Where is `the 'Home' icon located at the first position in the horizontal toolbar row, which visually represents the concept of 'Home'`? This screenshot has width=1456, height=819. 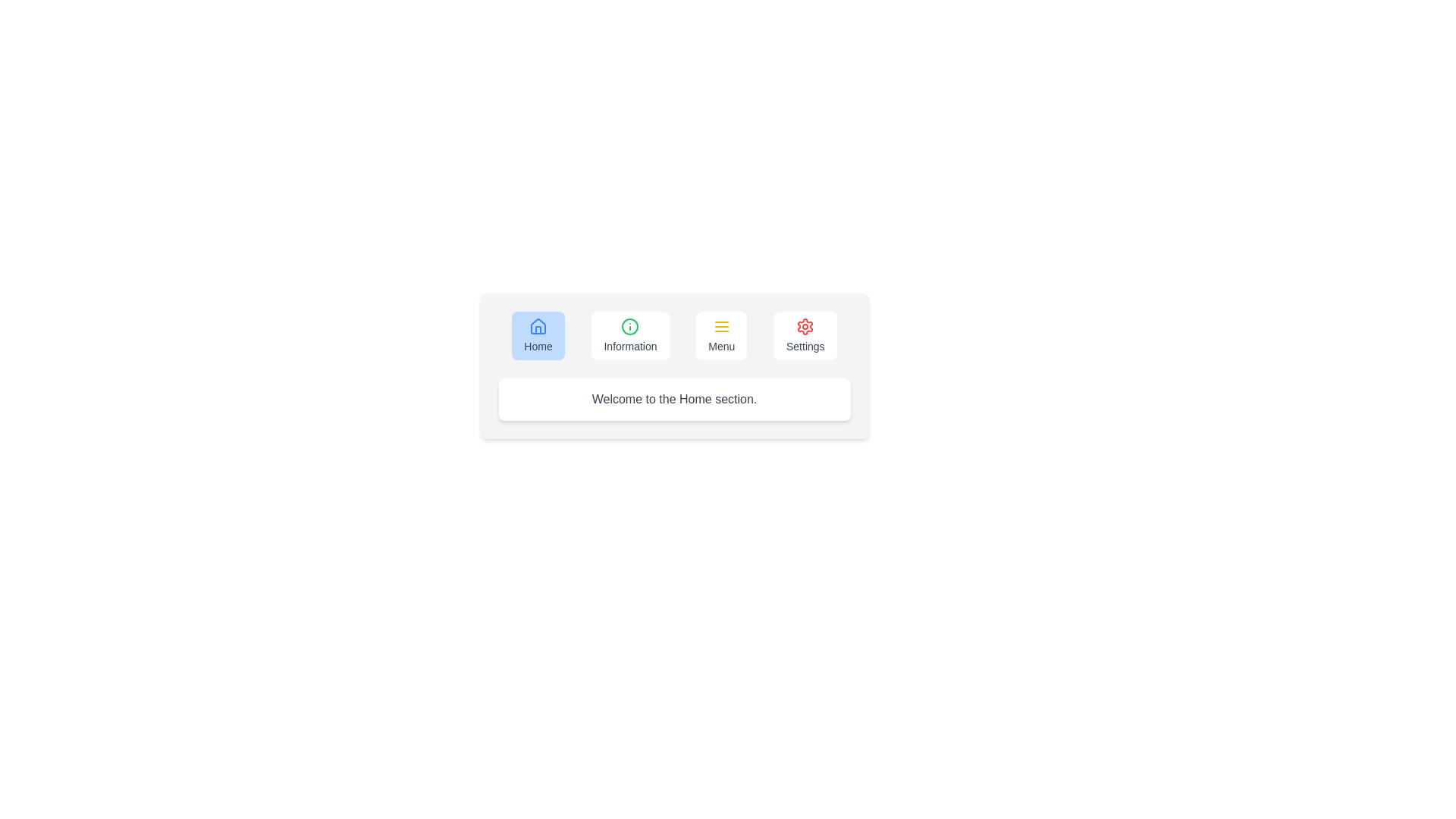 the 'Home' icon located at the first position in the horizontal toolbar row, which visually represents the concept of 'Home' is located at coordinates (538, 325).